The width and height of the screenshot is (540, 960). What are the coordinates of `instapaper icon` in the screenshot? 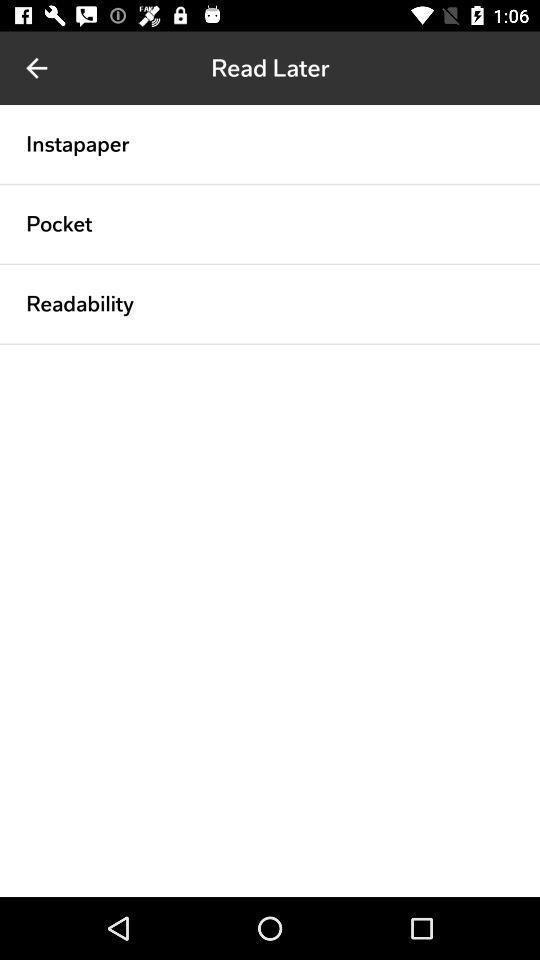 It's located at (76, 143).